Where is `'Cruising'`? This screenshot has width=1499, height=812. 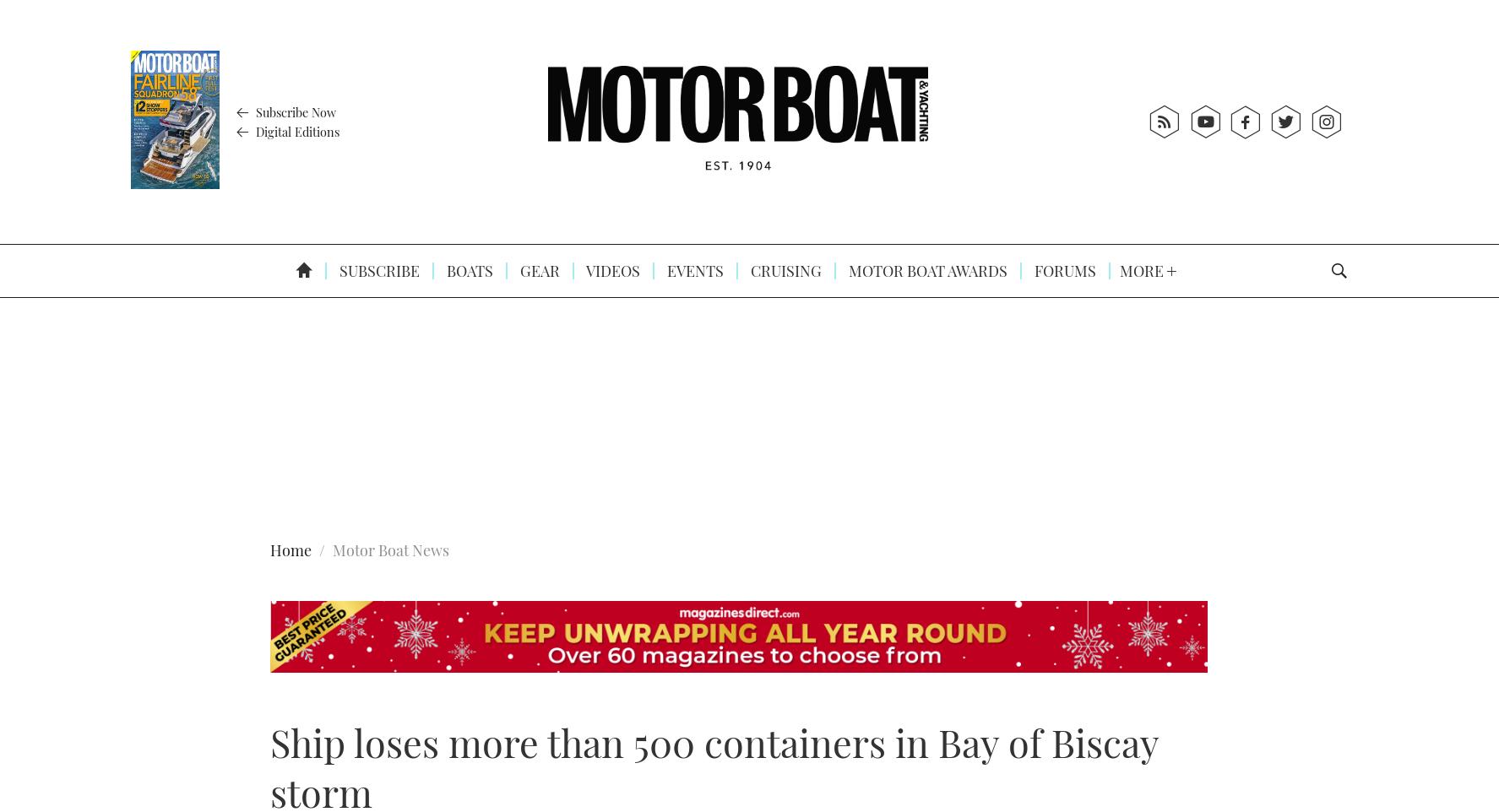
'Cruising' is located at coordinates (783, 270).